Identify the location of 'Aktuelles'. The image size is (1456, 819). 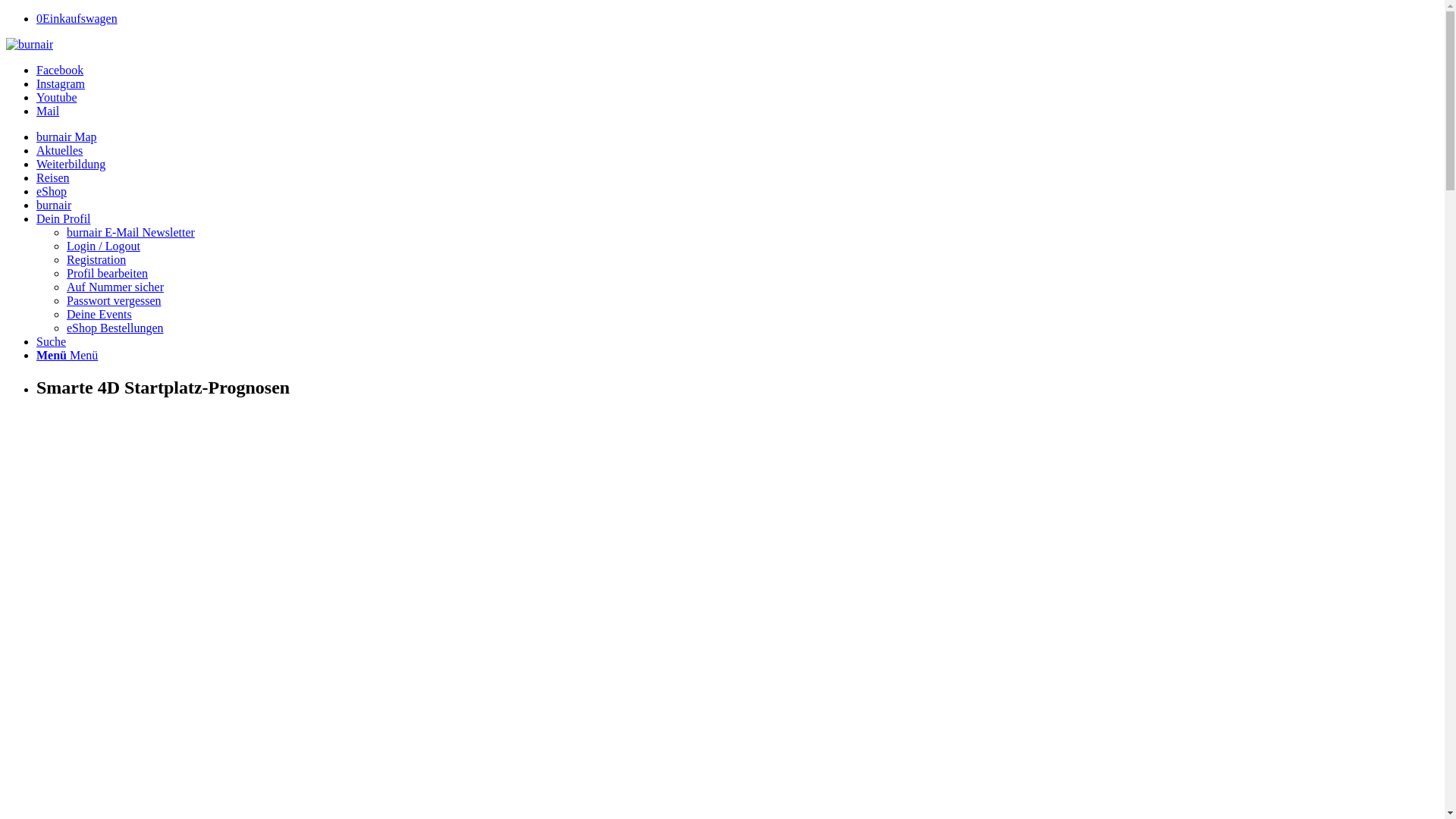
(59, 150).